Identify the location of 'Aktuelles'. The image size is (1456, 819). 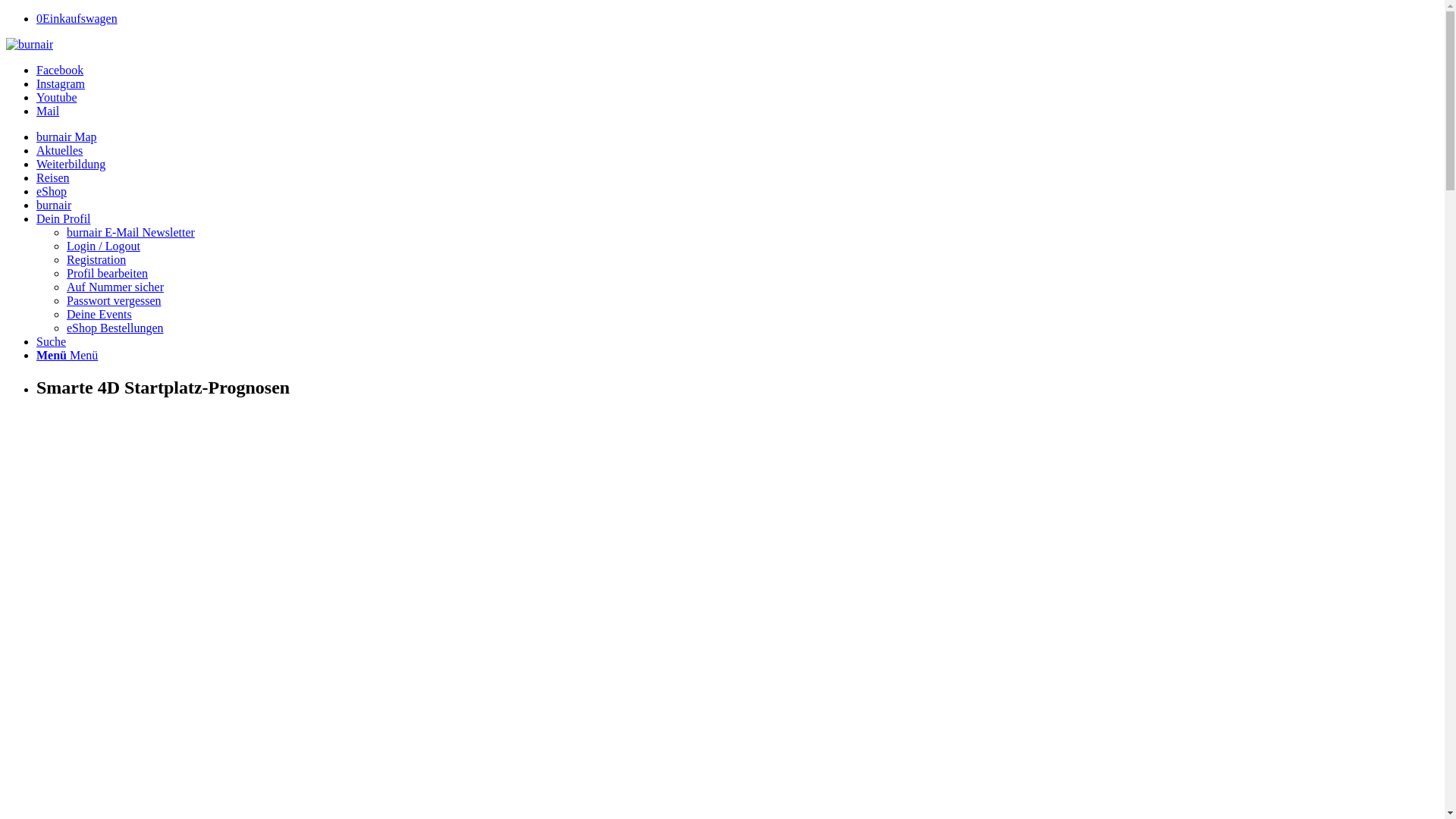
(59, 150).